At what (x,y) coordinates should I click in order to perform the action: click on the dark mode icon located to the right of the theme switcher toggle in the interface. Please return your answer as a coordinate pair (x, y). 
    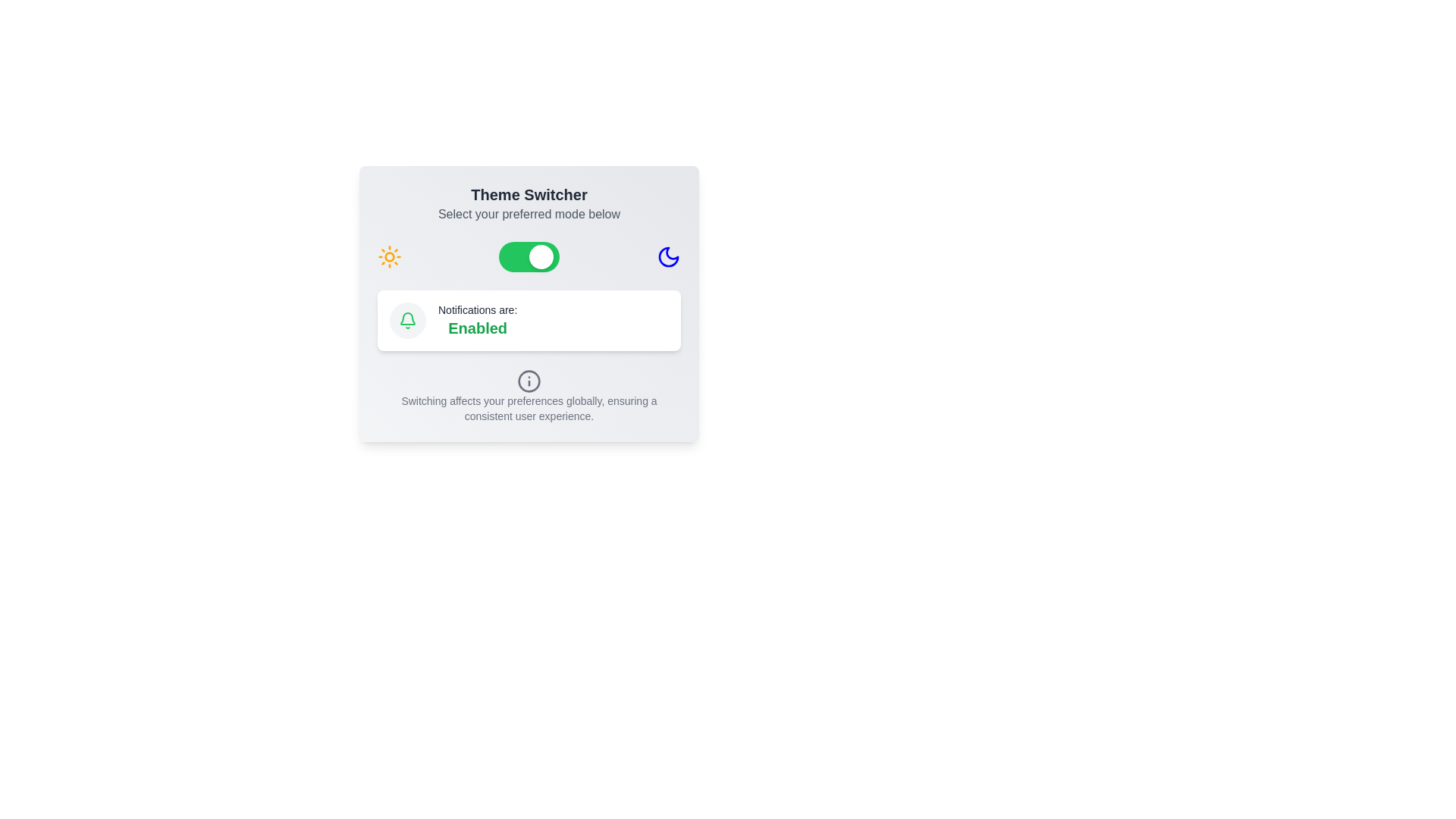
    Looking at the image, I should click on (668, 256).